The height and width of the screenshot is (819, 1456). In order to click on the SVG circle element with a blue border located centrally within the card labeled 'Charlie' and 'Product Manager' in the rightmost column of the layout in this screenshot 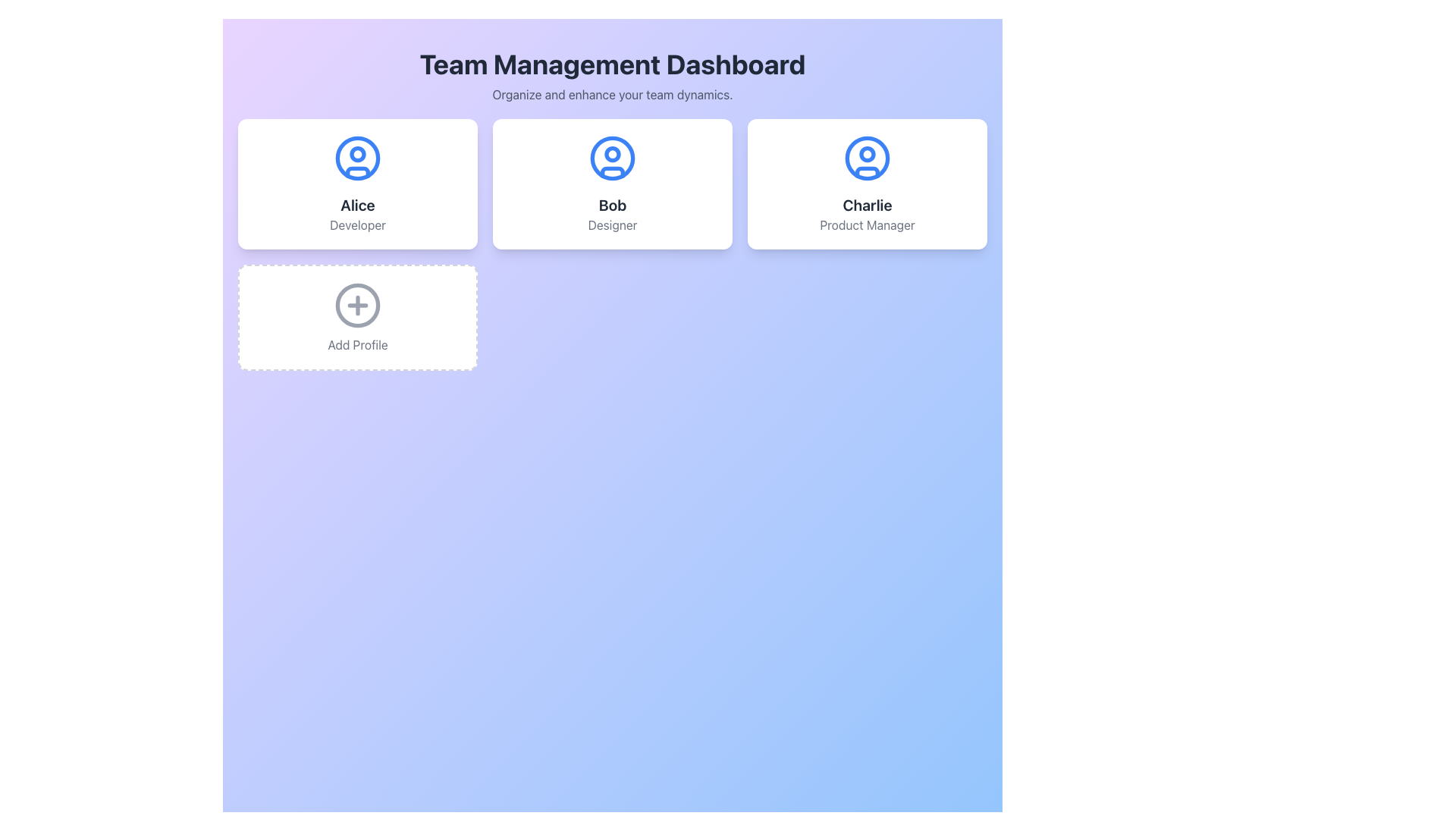, I will do `click(867, 158)`.